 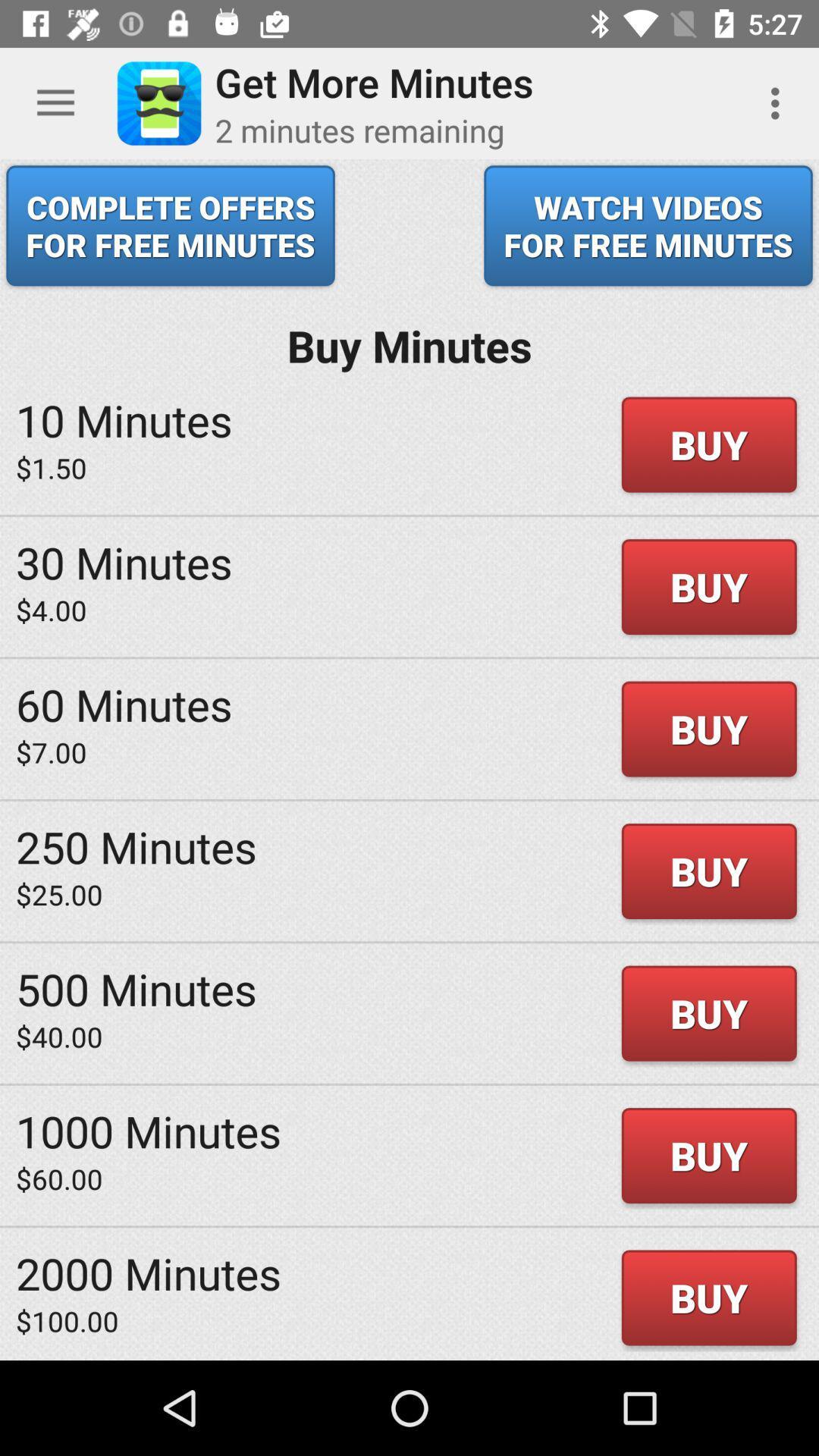 What do you see at coordinates (136, 988) in the screenshot?
I see `the icon above the $40.00 item` at bounding box center [136, 988].